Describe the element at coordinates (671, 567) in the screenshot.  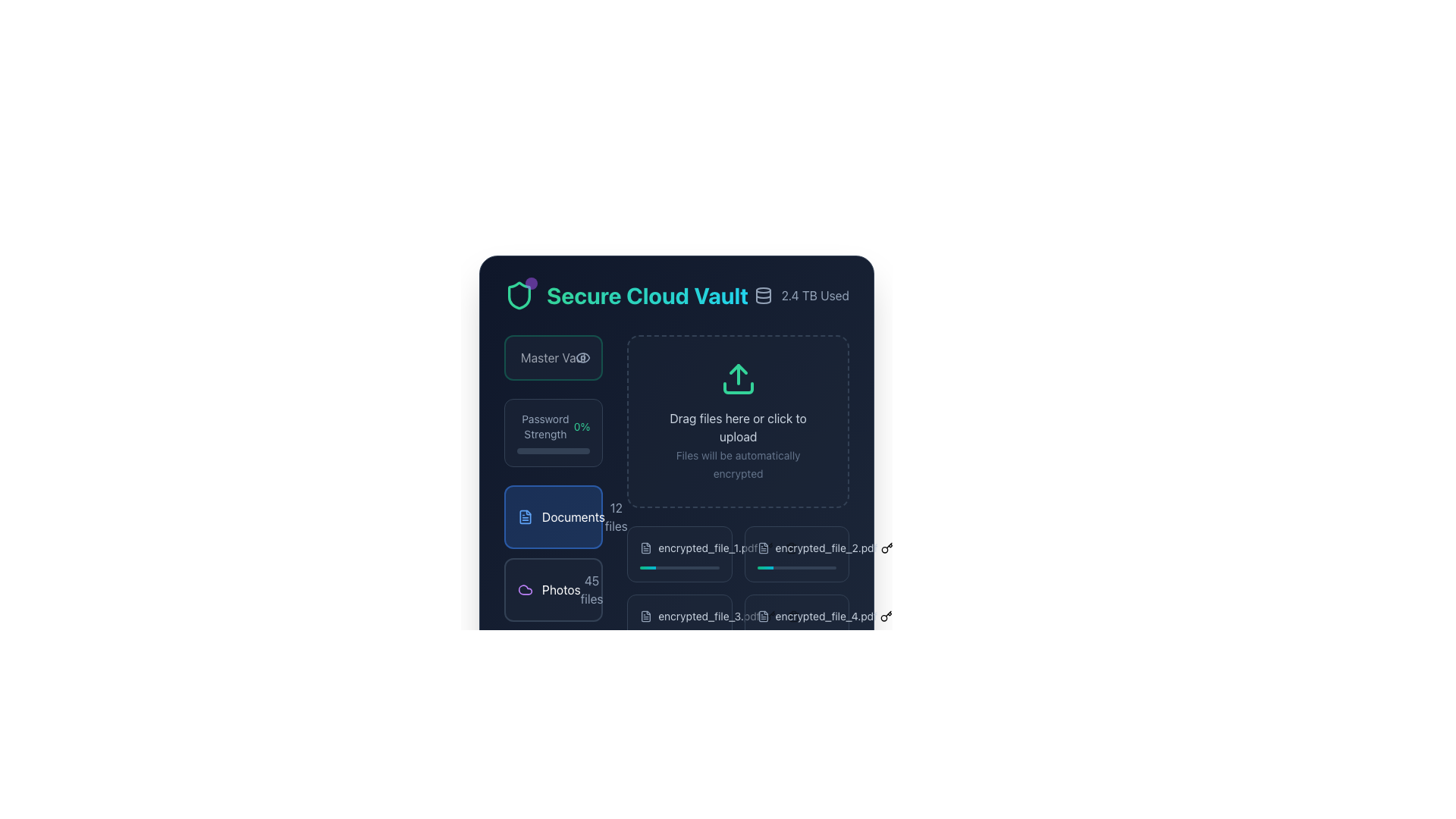
I see `the progression visually by focusing on the Horizontal Progress Indicator Bar located in the bottom right section of the interface within the 'Documents' section` at that location.